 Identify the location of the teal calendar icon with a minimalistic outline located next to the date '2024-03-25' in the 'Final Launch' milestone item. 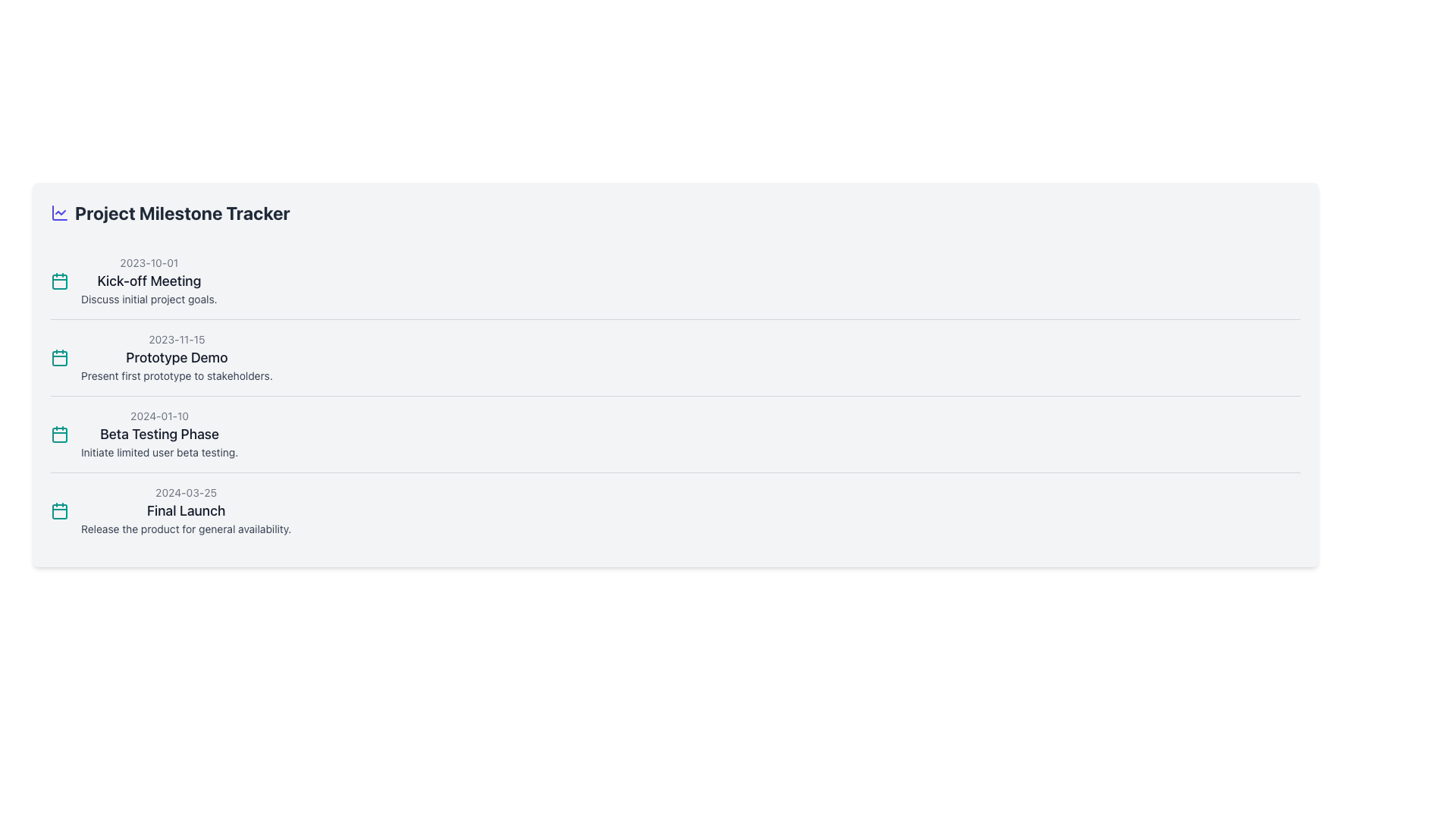
(59, 511).